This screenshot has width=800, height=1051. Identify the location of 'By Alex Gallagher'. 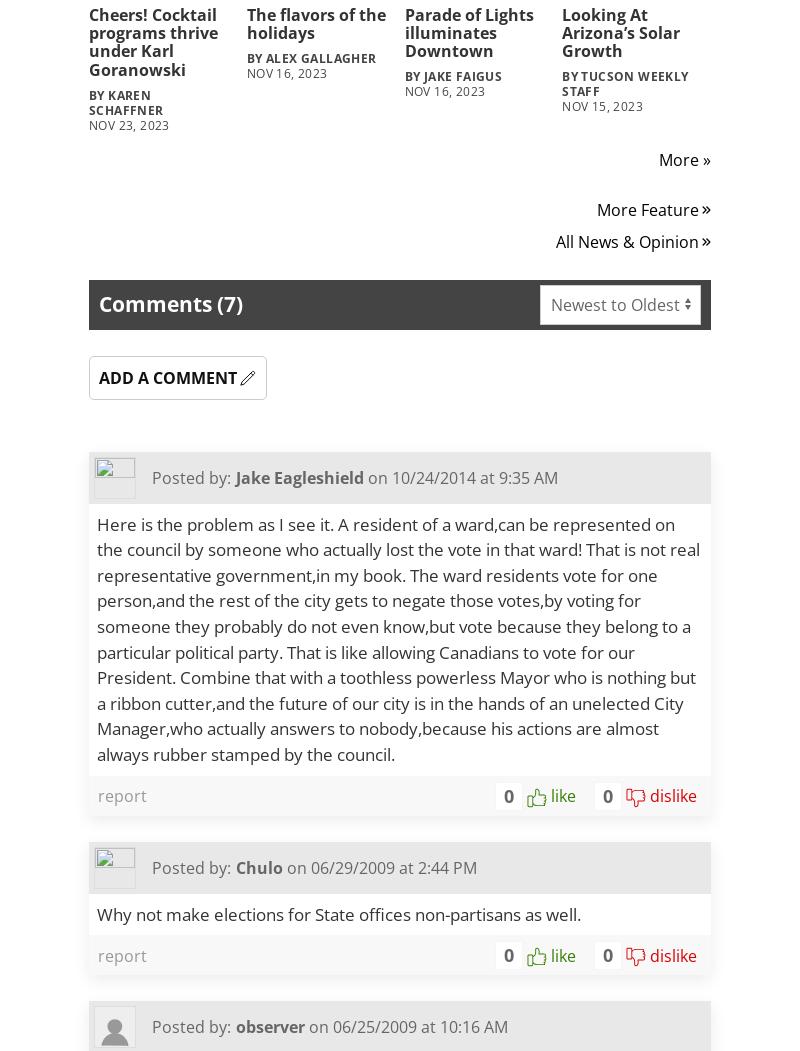
(245, 56).